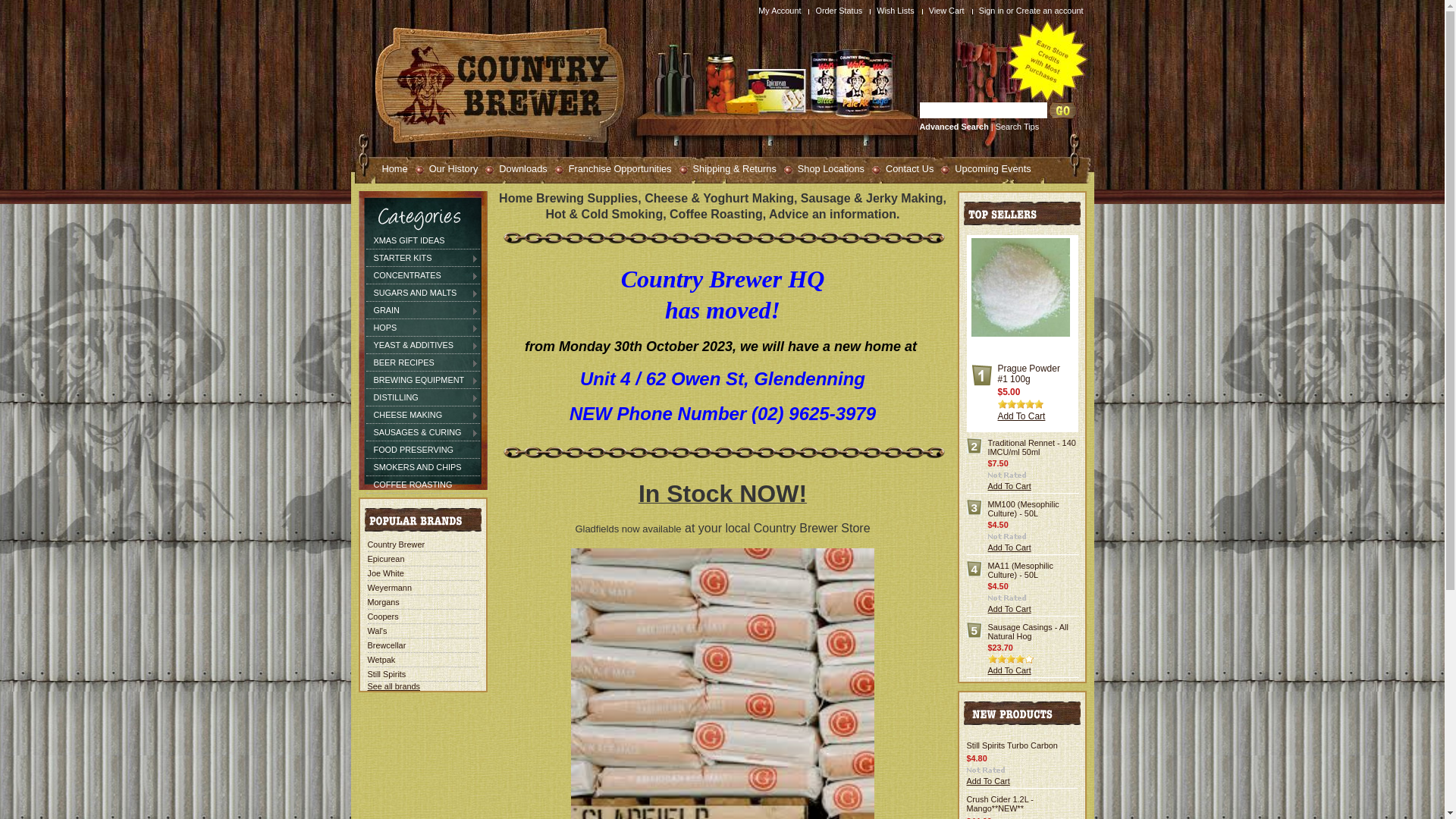  Describe the element at coordinates (422, 239) in the screenshot. I see `'XMAS GIFT IDEAS'` at that location.